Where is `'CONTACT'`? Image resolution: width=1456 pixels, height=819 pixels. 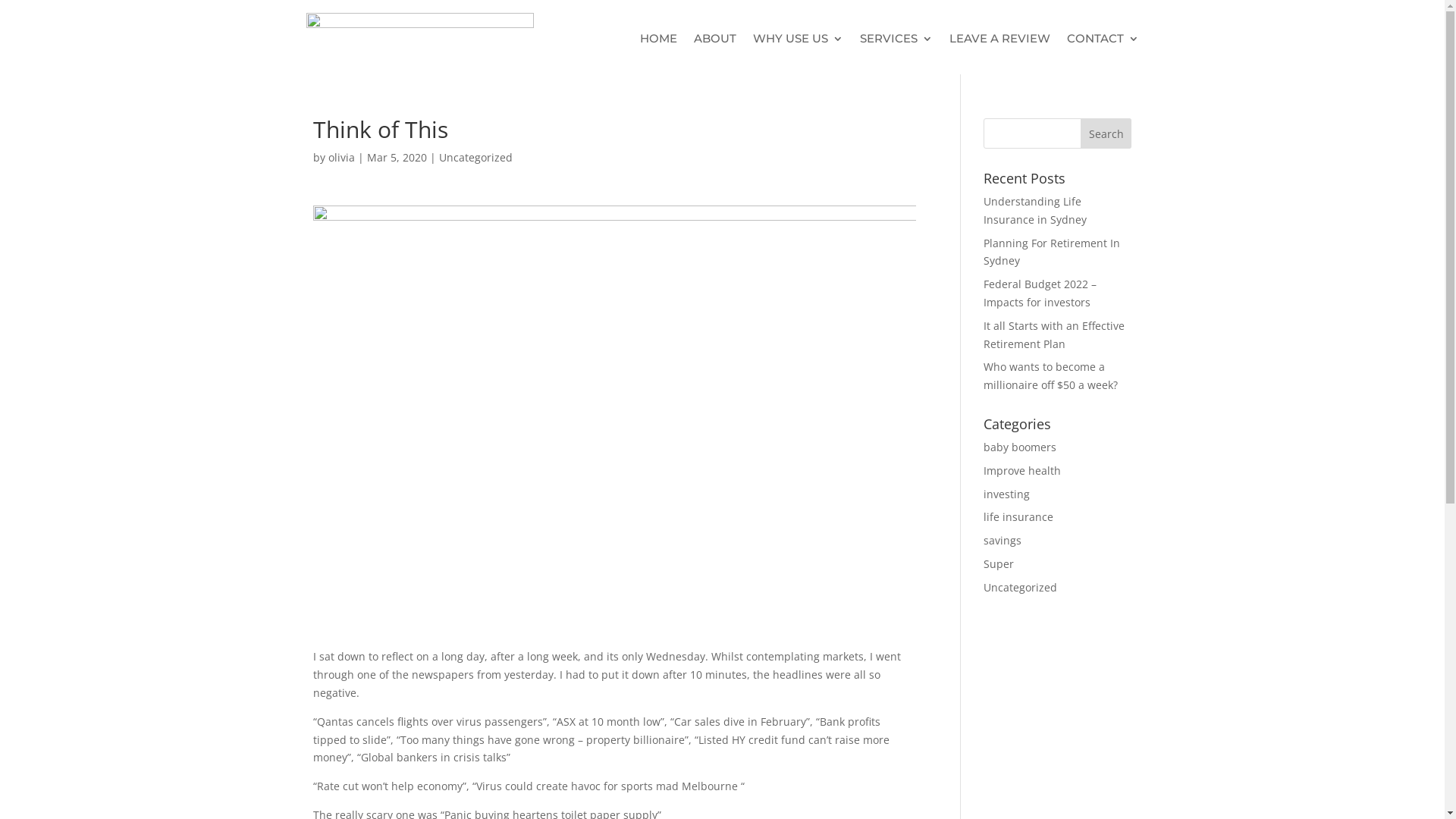
'CONTACT' is located at coordinates (1065, 37).